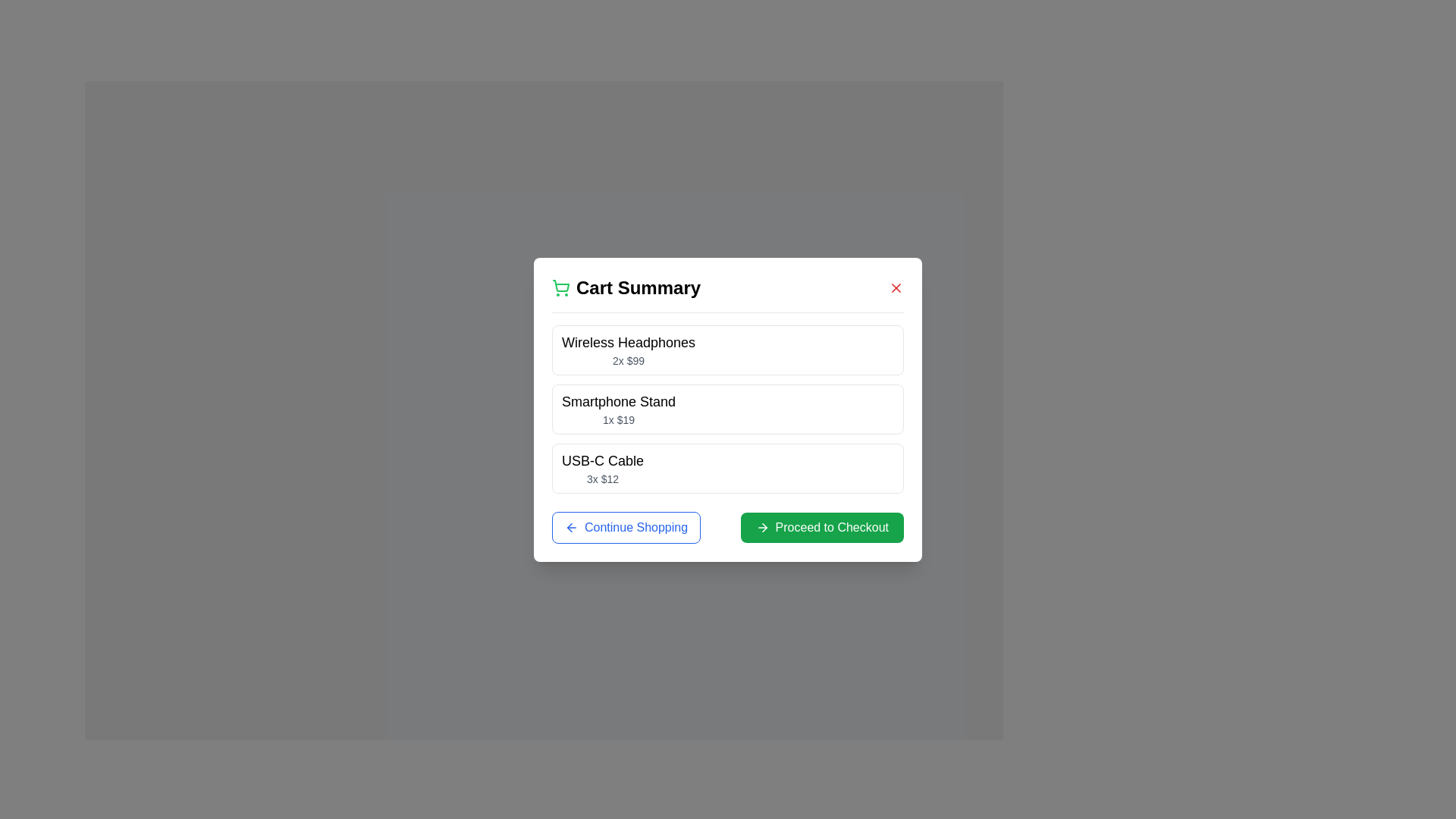 This screenshot has width=1456, height=819. Describe the element at coordinates (728, 467) in the screenshot. I see `the static content display element showing 'USB-C Cable' and '3x $12' within the shopping cart interface` at that location.